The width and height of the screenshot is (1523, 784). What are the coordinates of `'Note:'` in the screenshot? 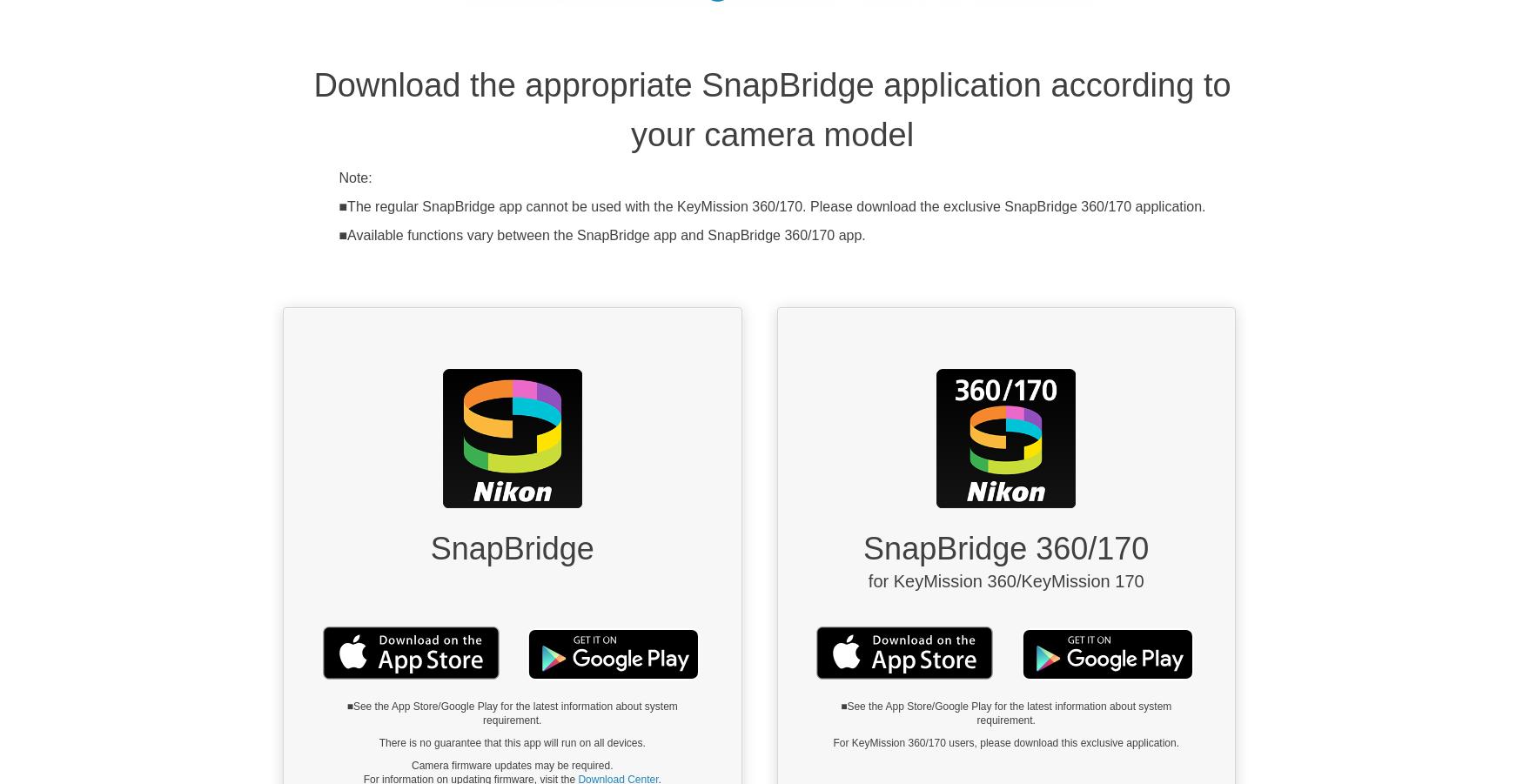 It's located at (338, 178).